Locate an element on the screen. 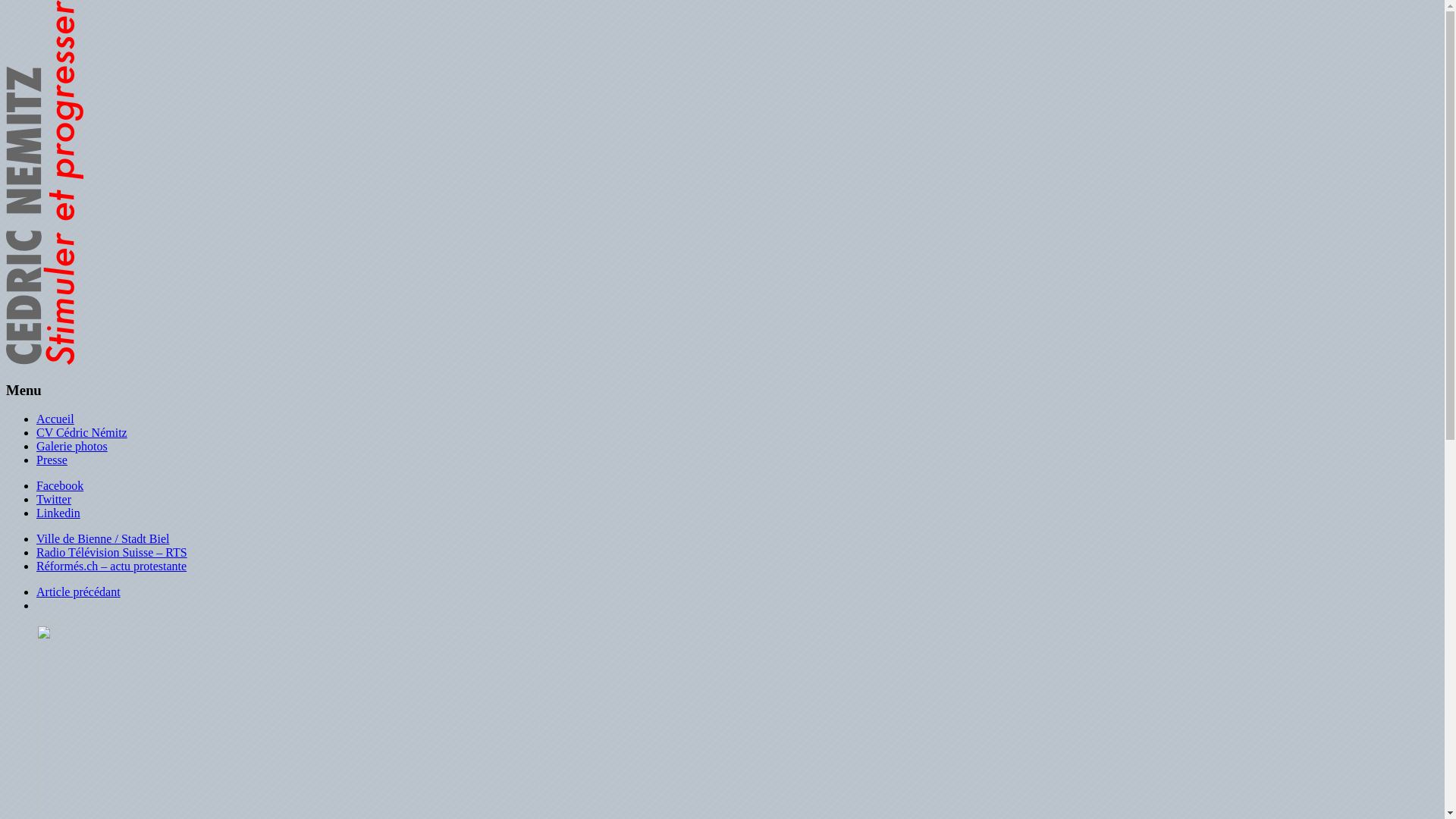  'Linkedin' is located at coordinates (58, 512).